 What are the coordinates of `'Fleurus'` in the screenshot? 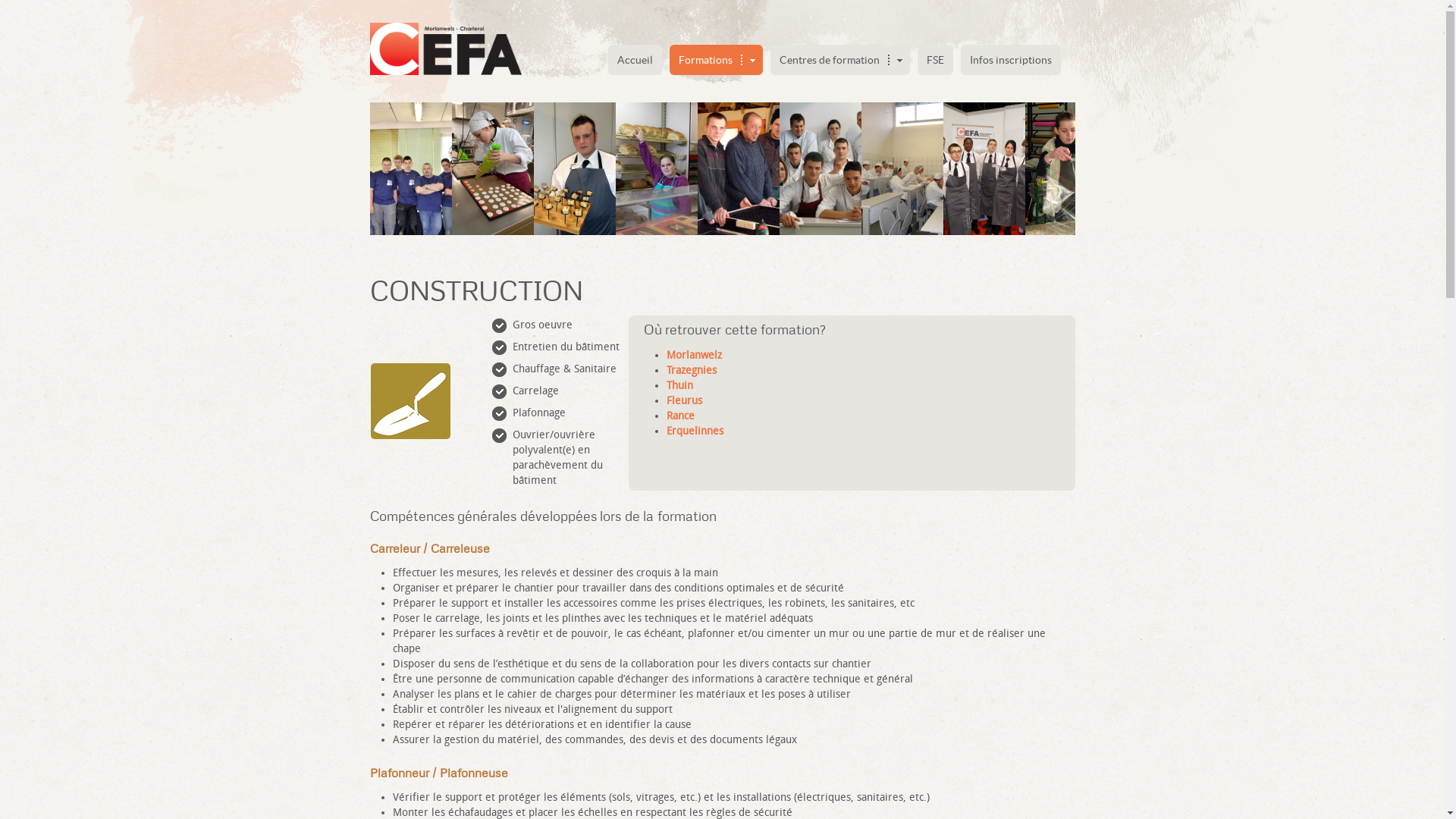 It's located at (683, 400).